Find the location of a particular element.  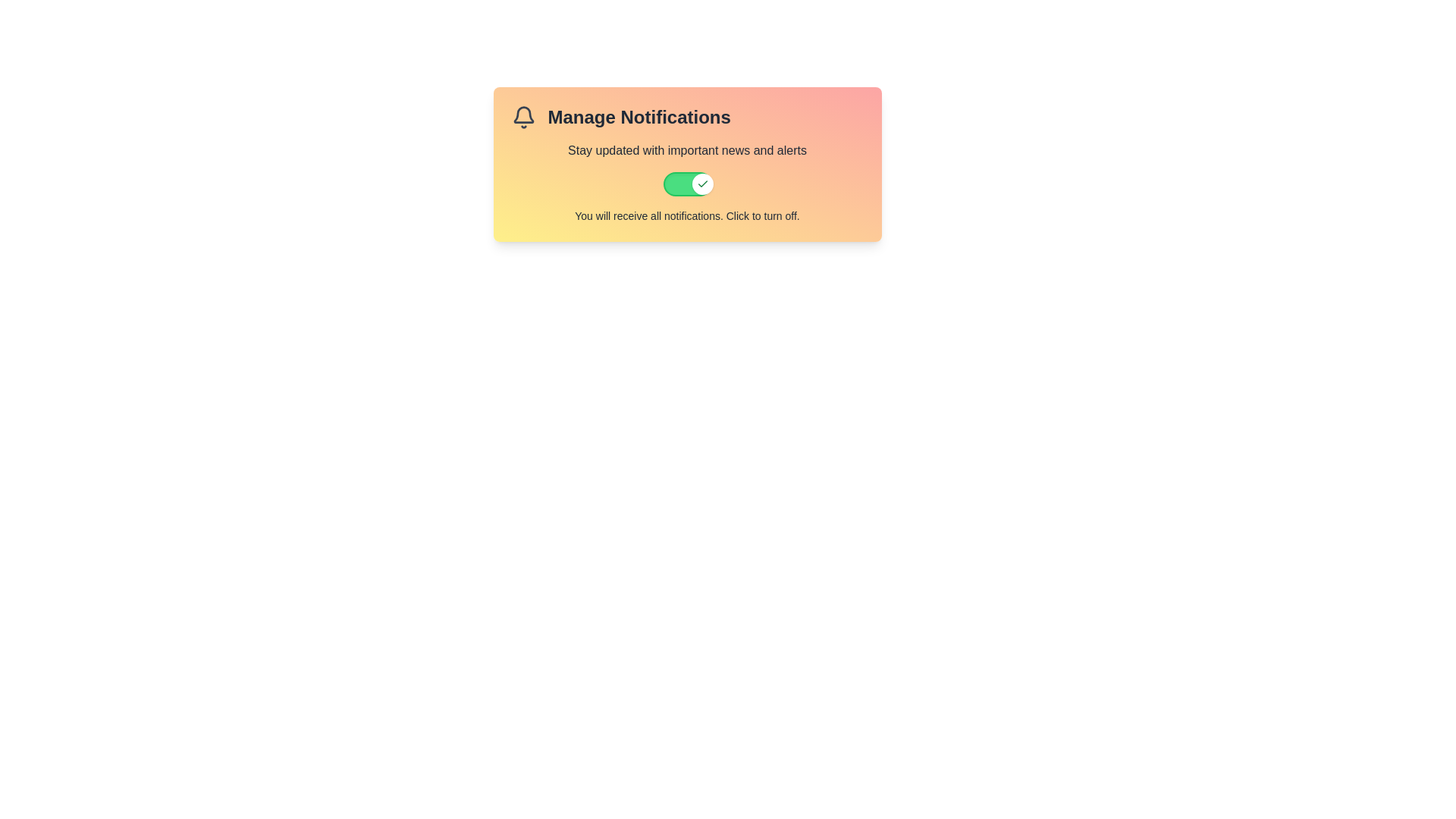

the informational text that provides details about the current notification settings' status and instructions for disabling notifications, located beneath the toggle switch in the notification management dialog is located at coordinates (686, 216).